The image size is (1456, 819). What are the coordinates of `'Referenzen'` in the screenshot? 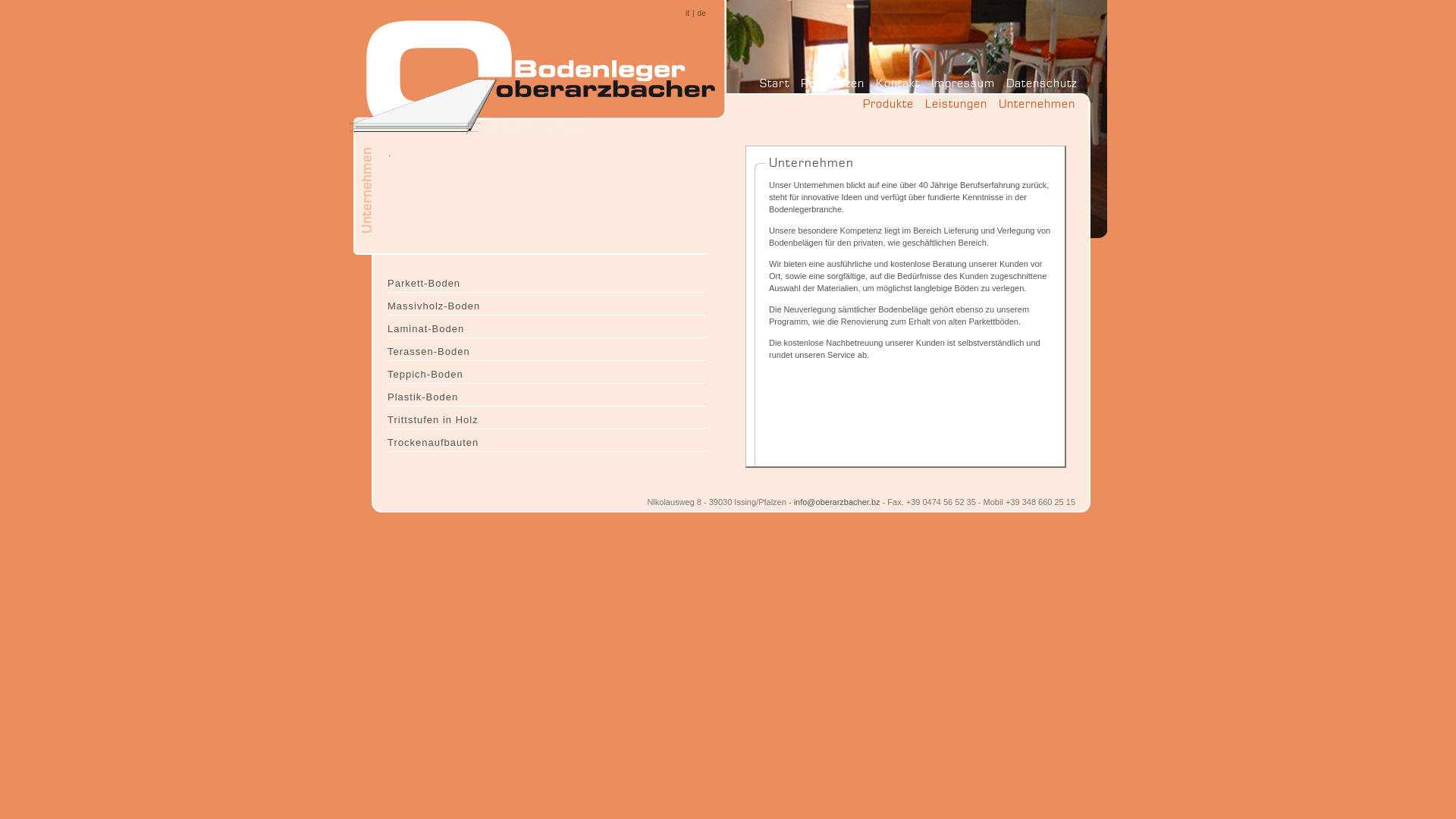 It's located at (832, 83).